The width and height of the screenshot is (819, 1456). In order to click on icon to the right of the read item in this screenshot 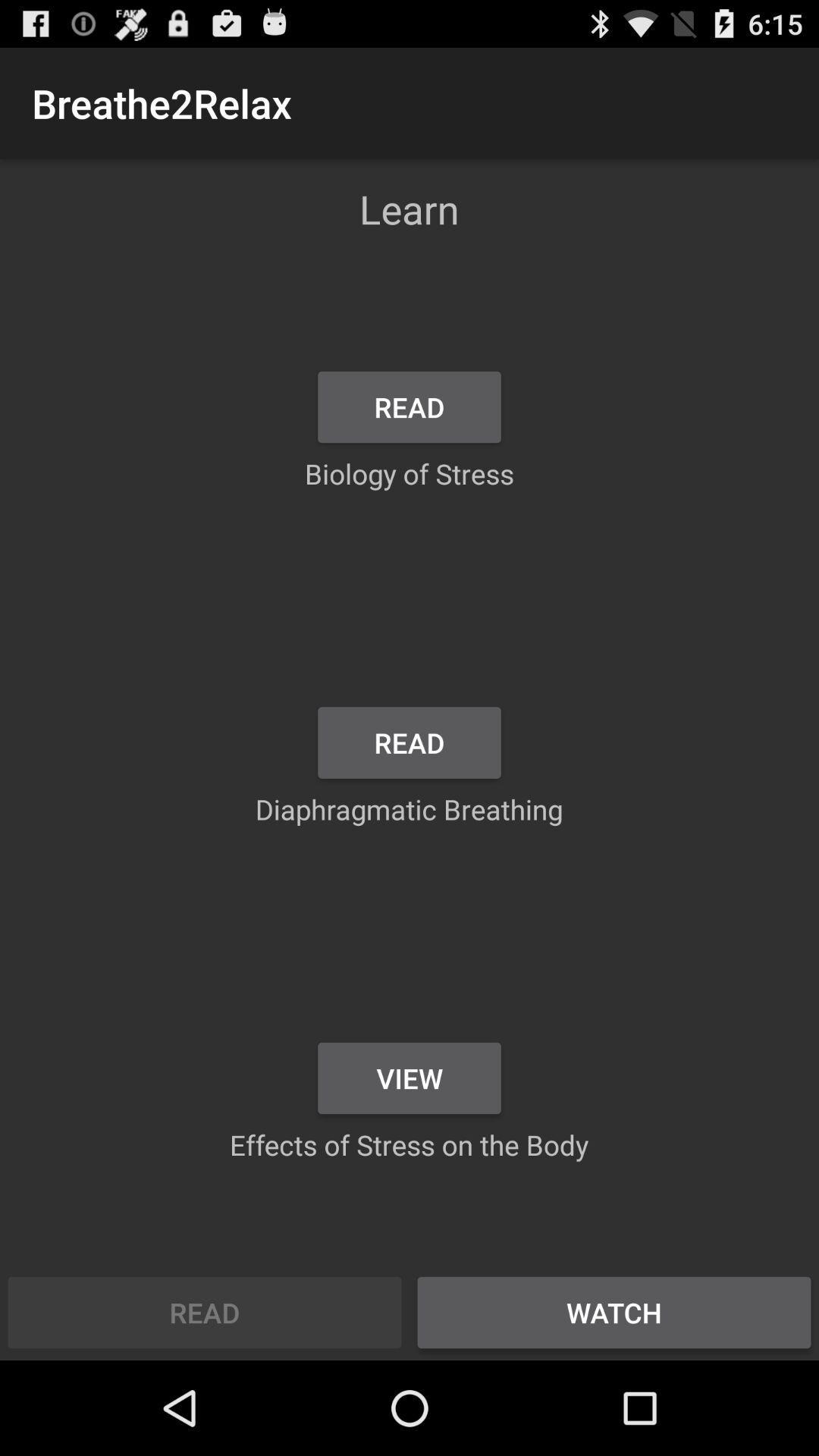, I will do `click(614, 1312)`.